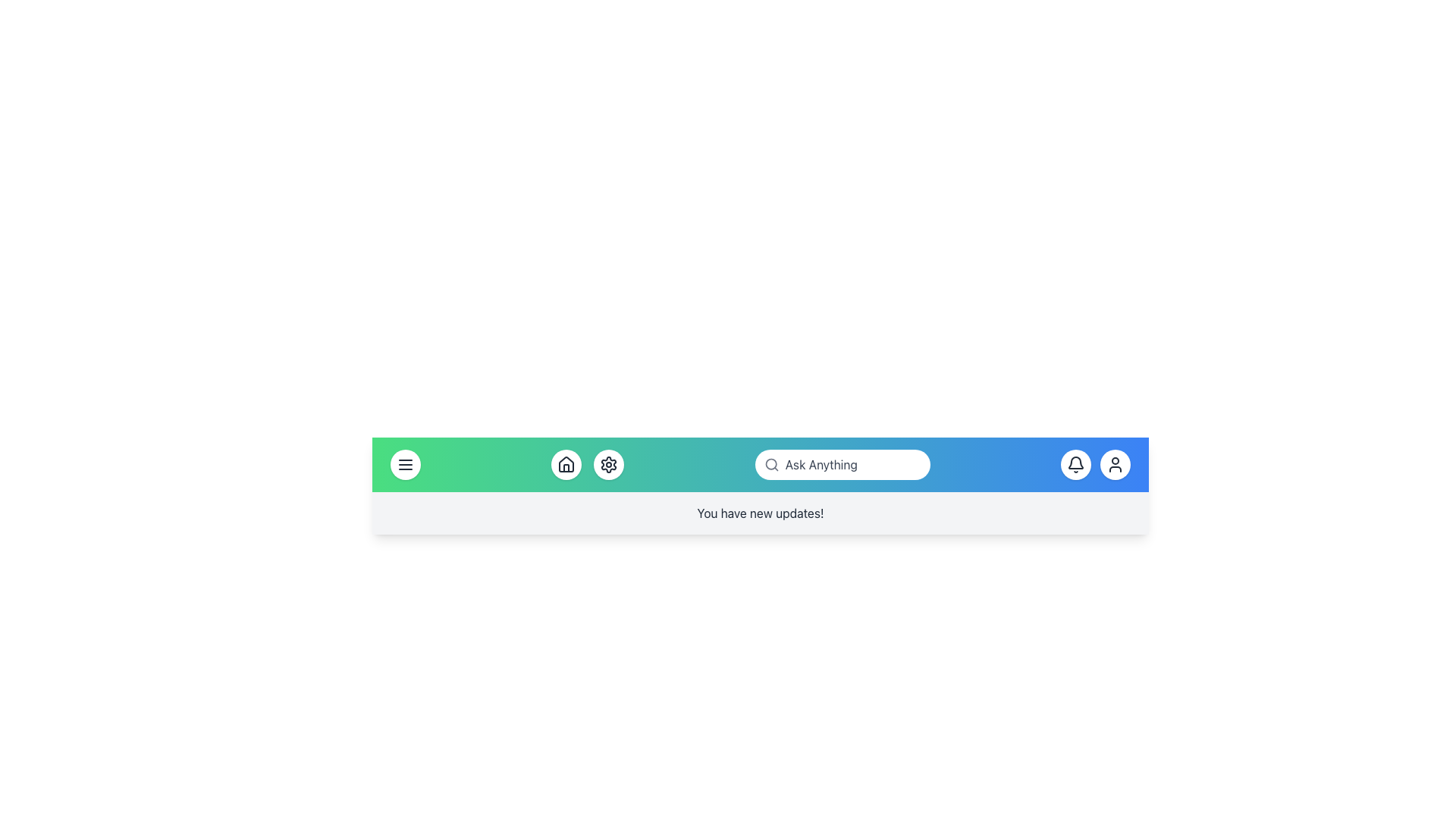 The width and height of the screenshot is (1456, 819). What do you see at coordinates (1115, 464) in the screenshot?
I see `the user icon button located in the top-right corner of the header bar` at bounding box center [1115, 464].